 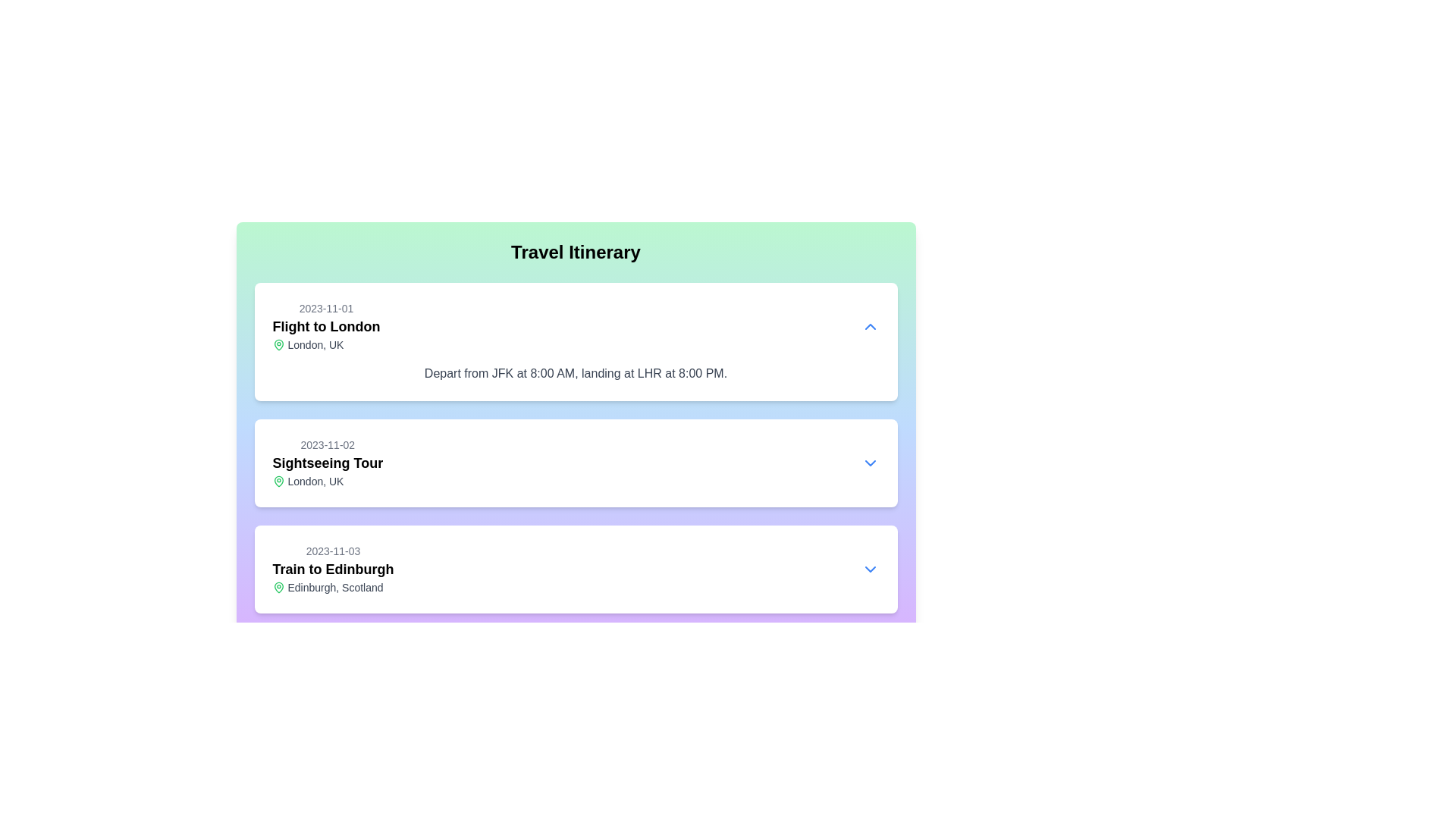 I want to click on the Text label that provides location information for the 'Train to Edinburgh' itinerary entry, which is positioned adjacent to a green map pin icon at the bottom of the itinerary list, so click(x=334, y=587).